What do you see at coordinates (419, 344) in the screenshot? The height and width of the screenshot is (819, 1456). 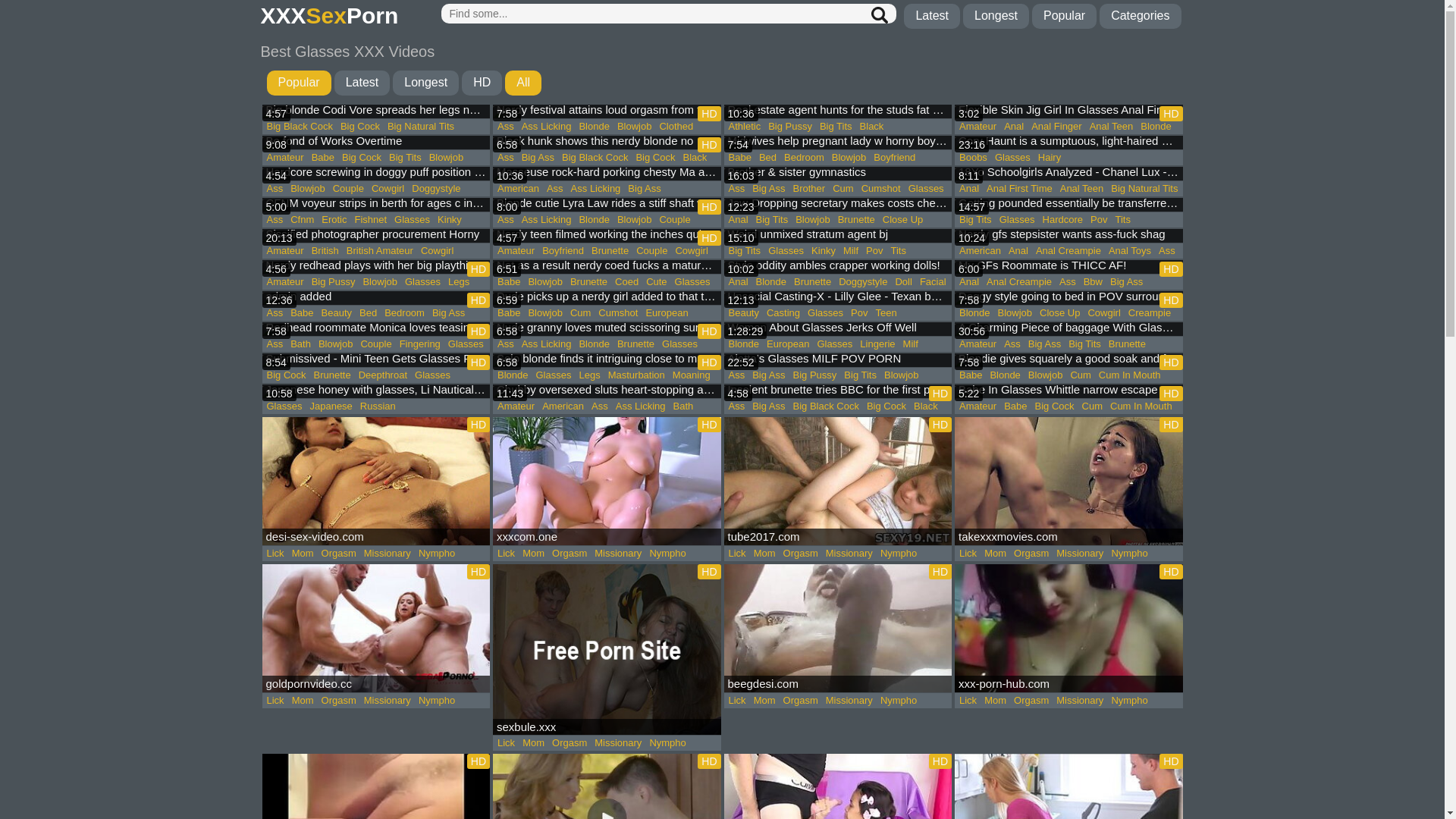 I see `'Fingering'` at bounding box center [419, 344].